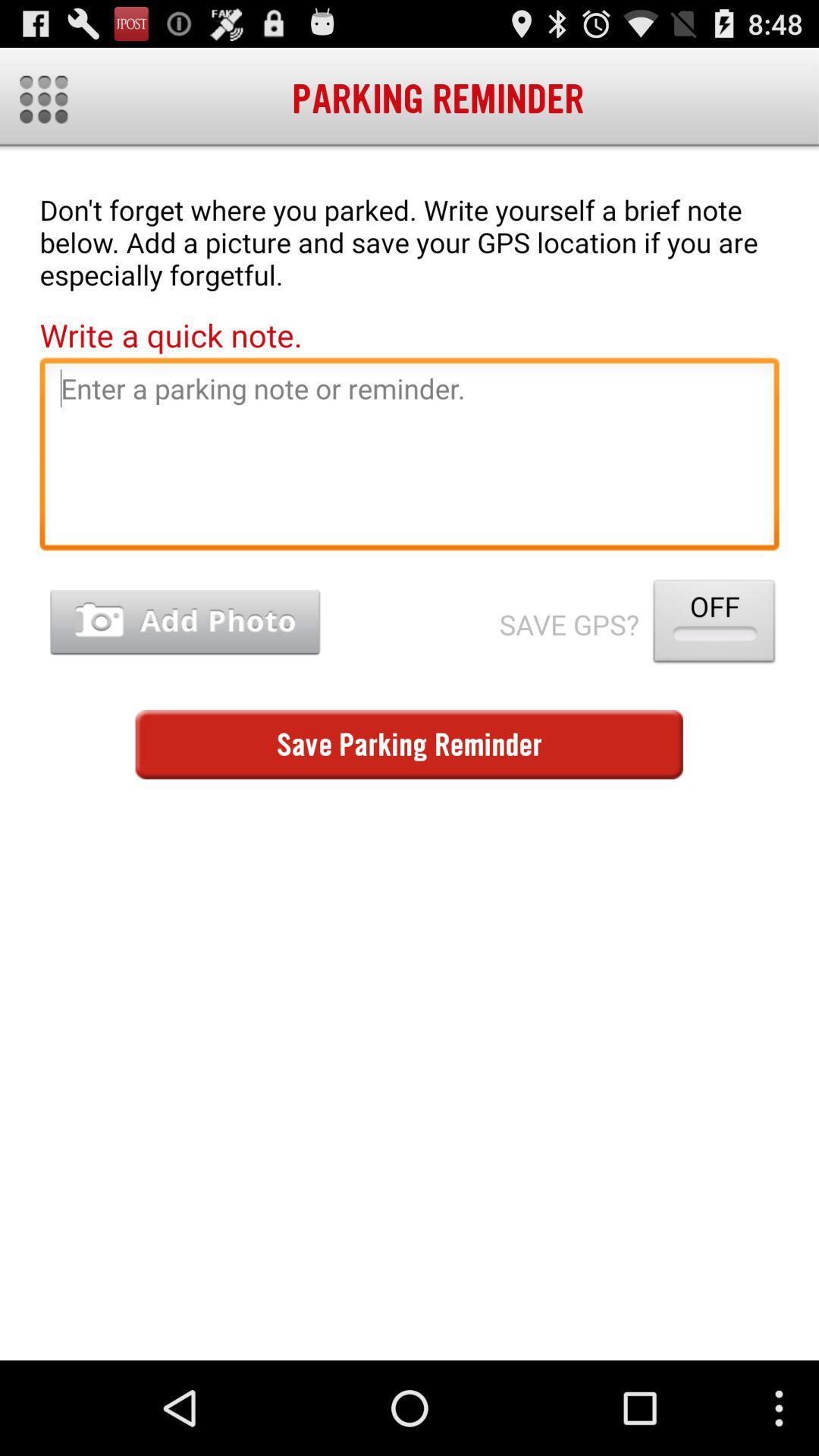  What do you see at coordinates (42, 99) in the screenshot?
I see `icon next to parking reminder item` at bounding box center [42, 99].